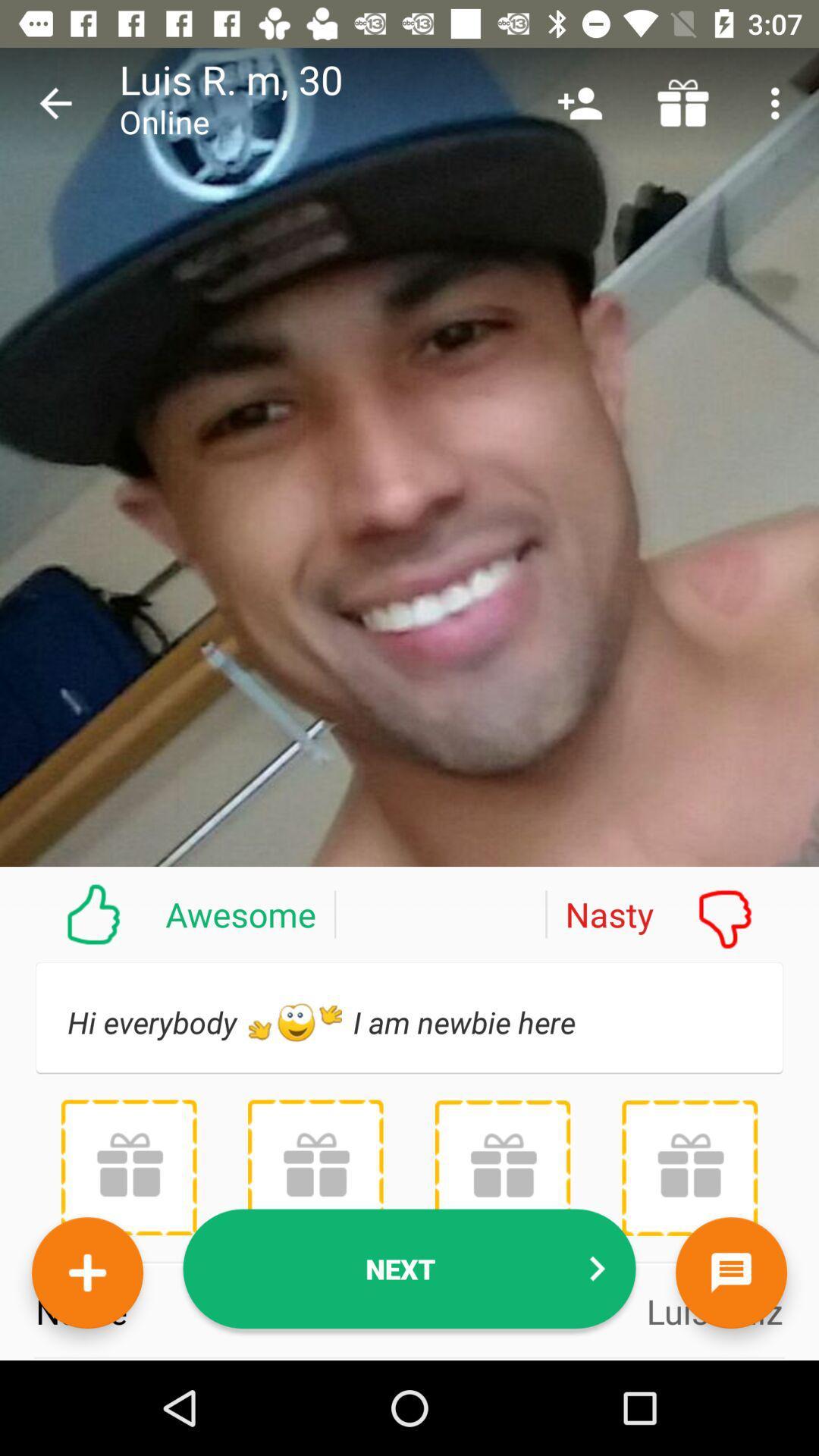  What do you see at coordinates (683, 102) in the screenshot?
I see `icon above the nasty item` at bounding box center [683, 102].